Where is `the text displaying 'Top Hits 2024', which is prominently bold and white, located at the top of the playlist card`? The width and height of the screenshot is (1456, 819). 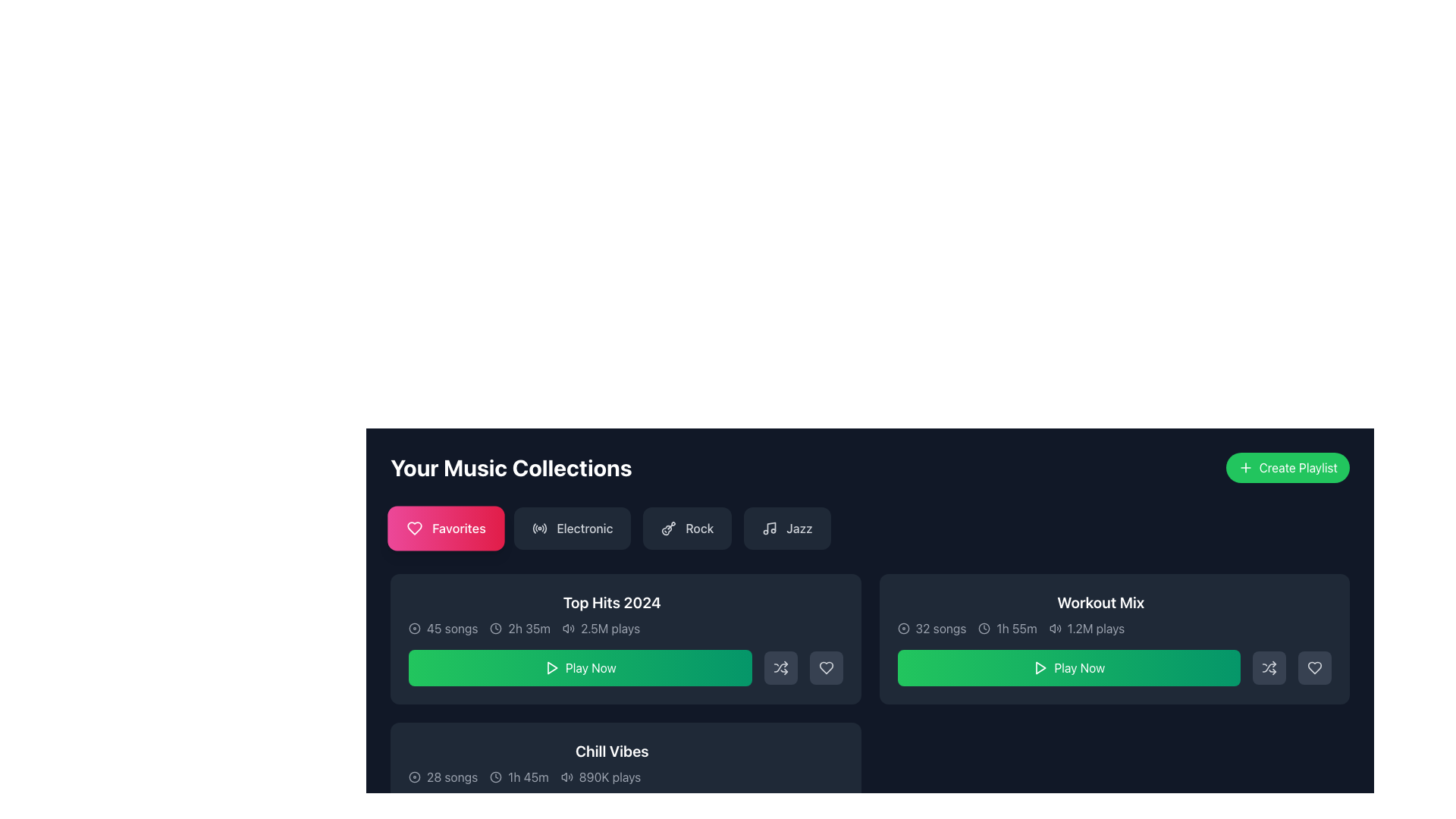 the text displaying 'Top Hits 2024', which is prominently bold and white, located at the top of the playlist card is located at coordinates (612, 601).